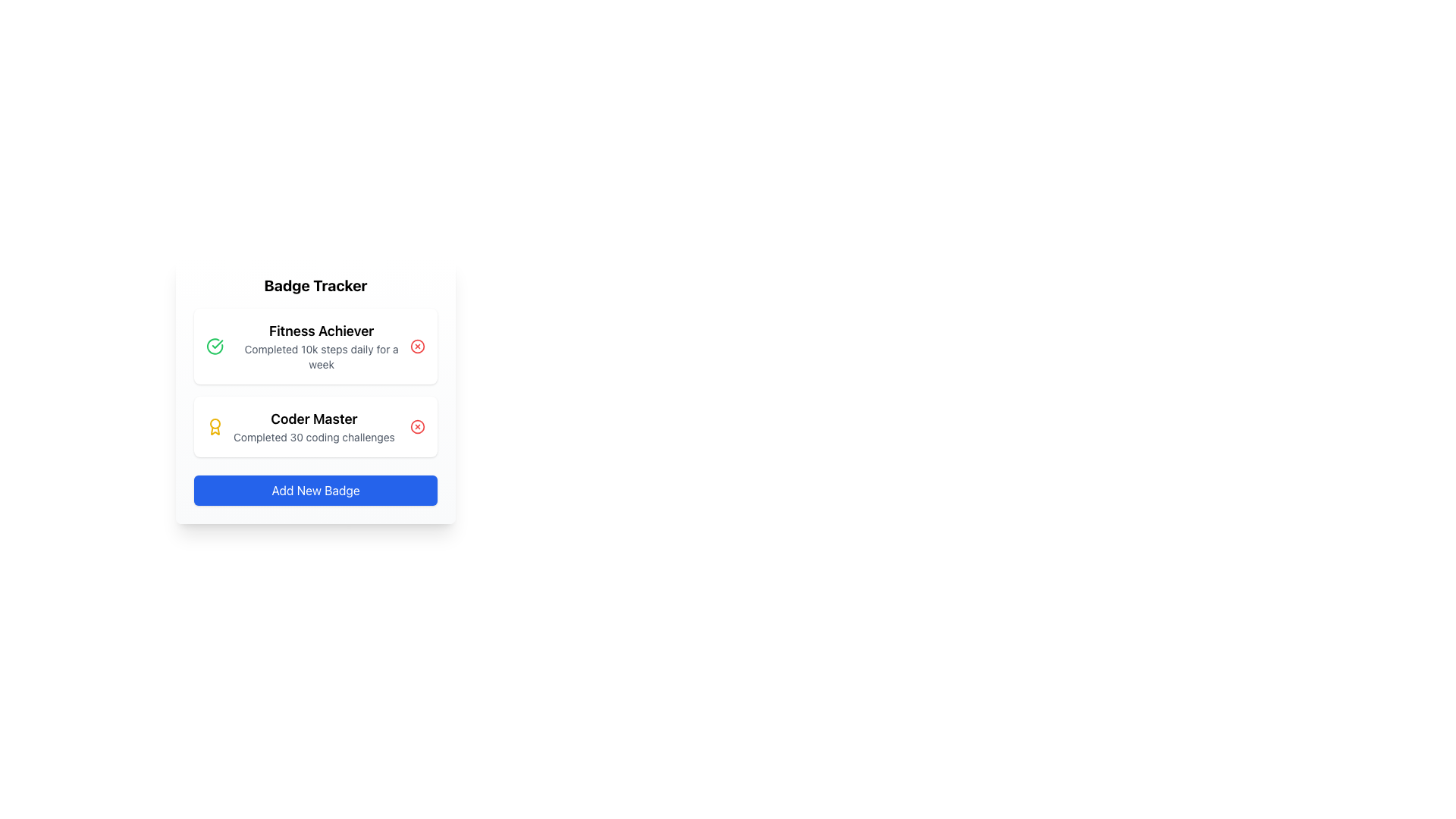  I want to click on bold text label 'Badge Tracker' that is centered at the top of the card, positioned above the achievements listing, so click(315, 286).